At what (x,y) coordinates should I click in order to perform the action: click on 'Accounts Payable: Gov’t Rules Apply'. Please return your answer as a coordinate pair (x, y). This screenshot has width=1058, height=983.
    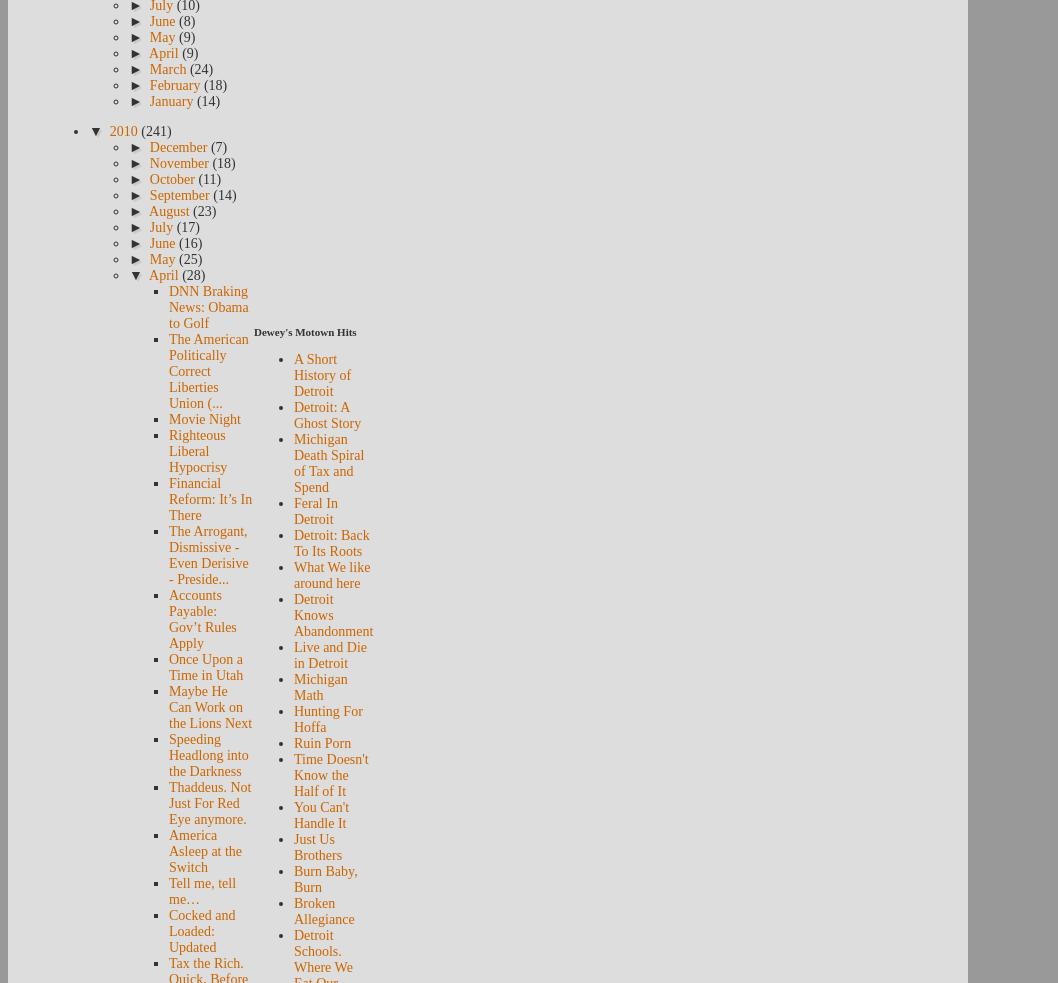
    Looking at the image, I should click on (202, 619).